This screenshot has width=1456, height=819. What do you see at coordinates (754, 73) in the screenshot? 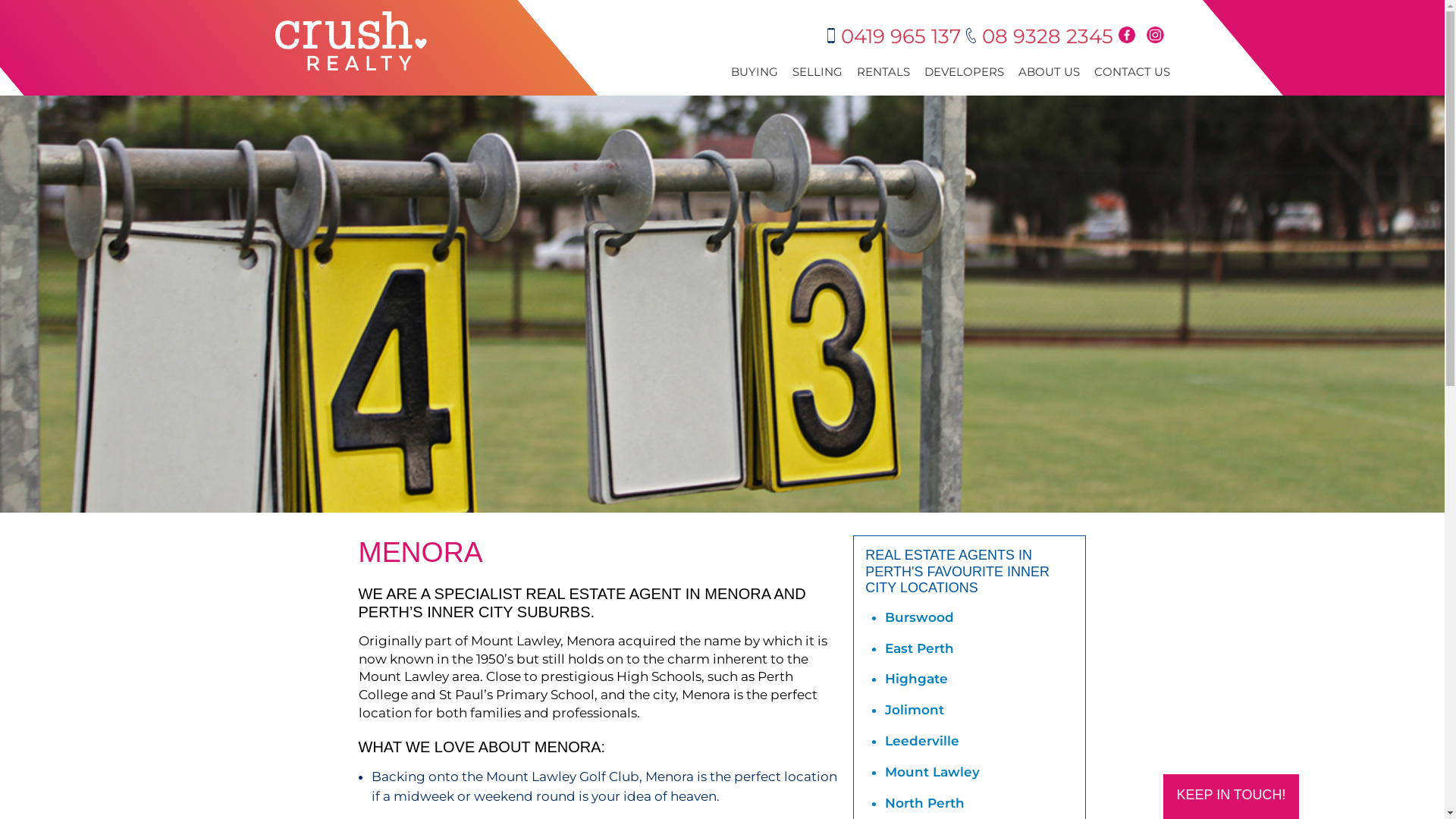
I see `'BUYING'` at bounding box center [754, 73].